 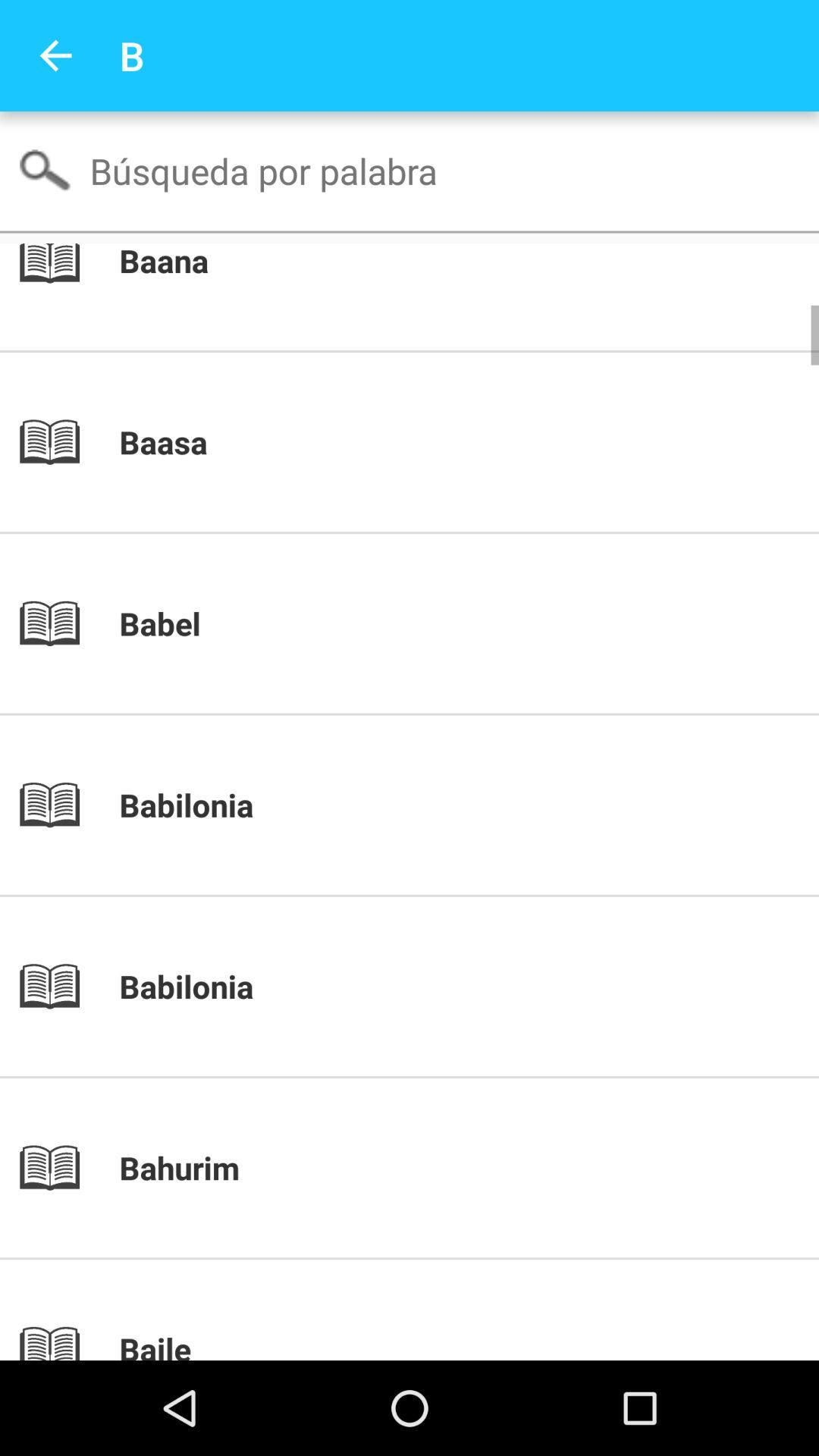 I want to click on baana, so click(x=435, y=262).